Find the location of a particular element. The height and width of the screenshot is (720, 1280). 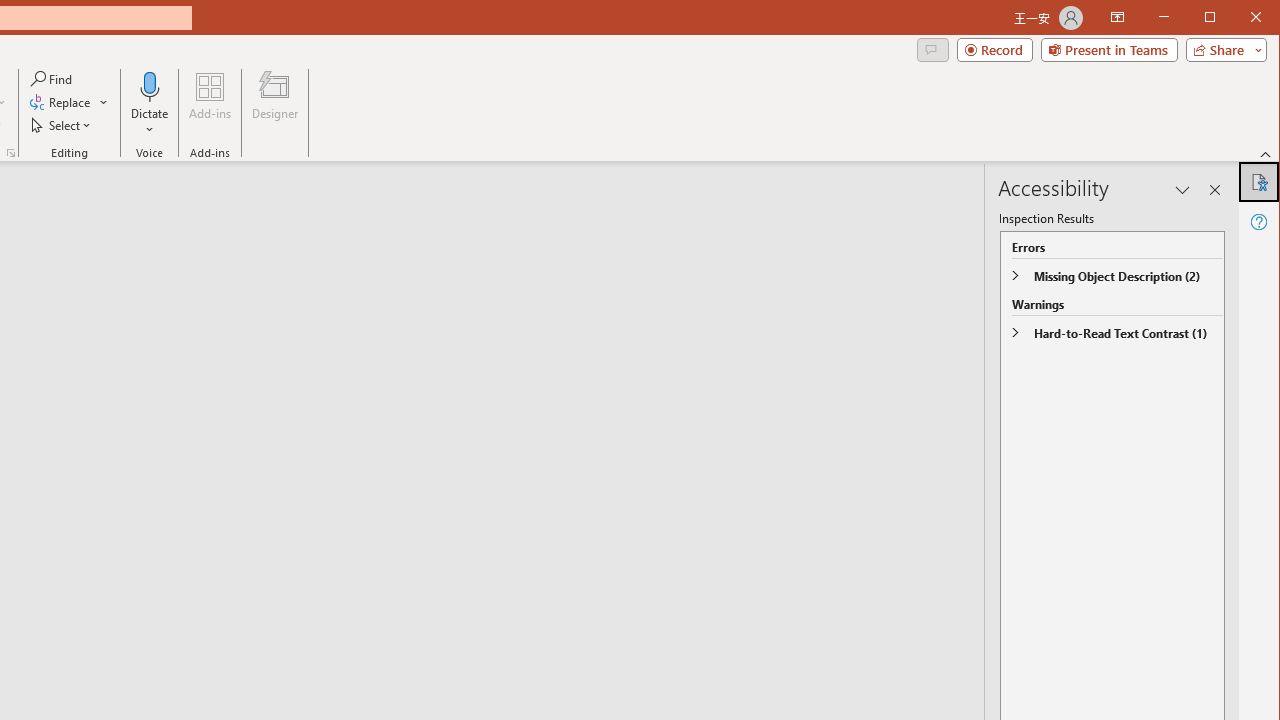

'Minimize' is located at coordinates (1215, 19).